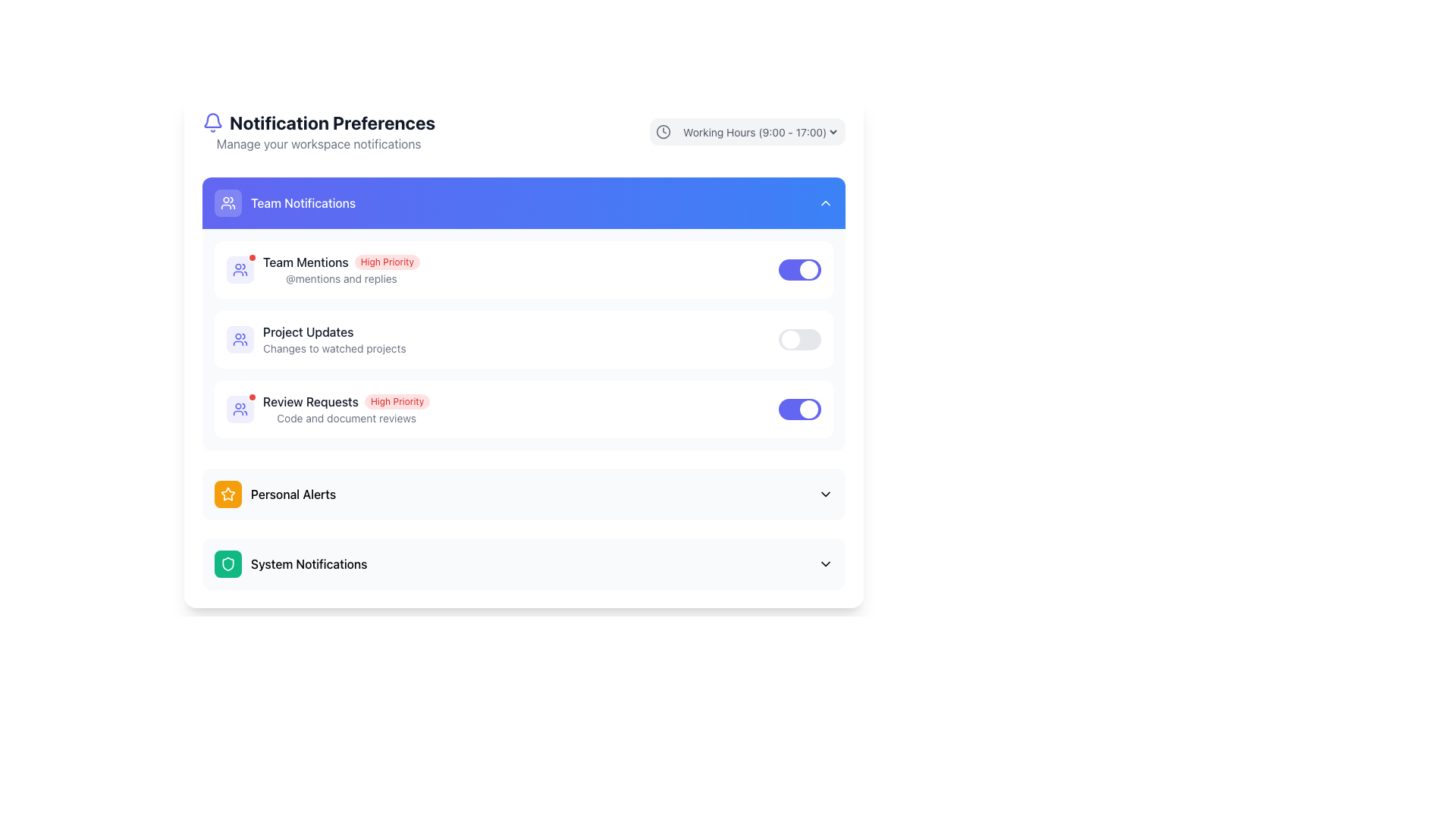 The height and width of the screenshot is (819, 1456). What do you see at coordinates (334, 331) in the screenshot?
I see `the text label reading 'Project Updates'` at bounding box center [334, 331].